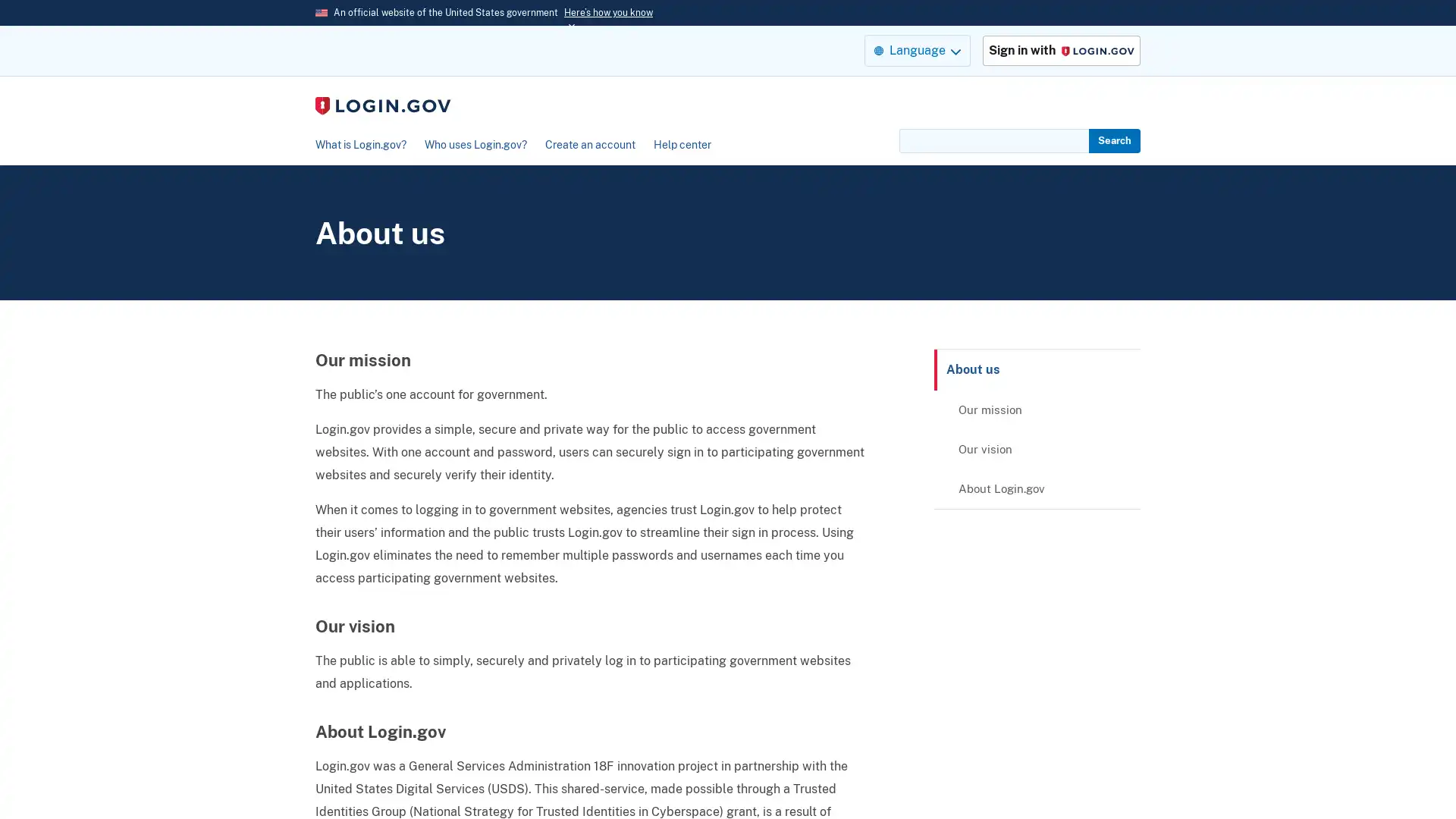 This screenshot has height=819, width=1456. What do you see at coordinates (916, 49) in the screenshot?
I see `Language` at bounding box center [916, 49].